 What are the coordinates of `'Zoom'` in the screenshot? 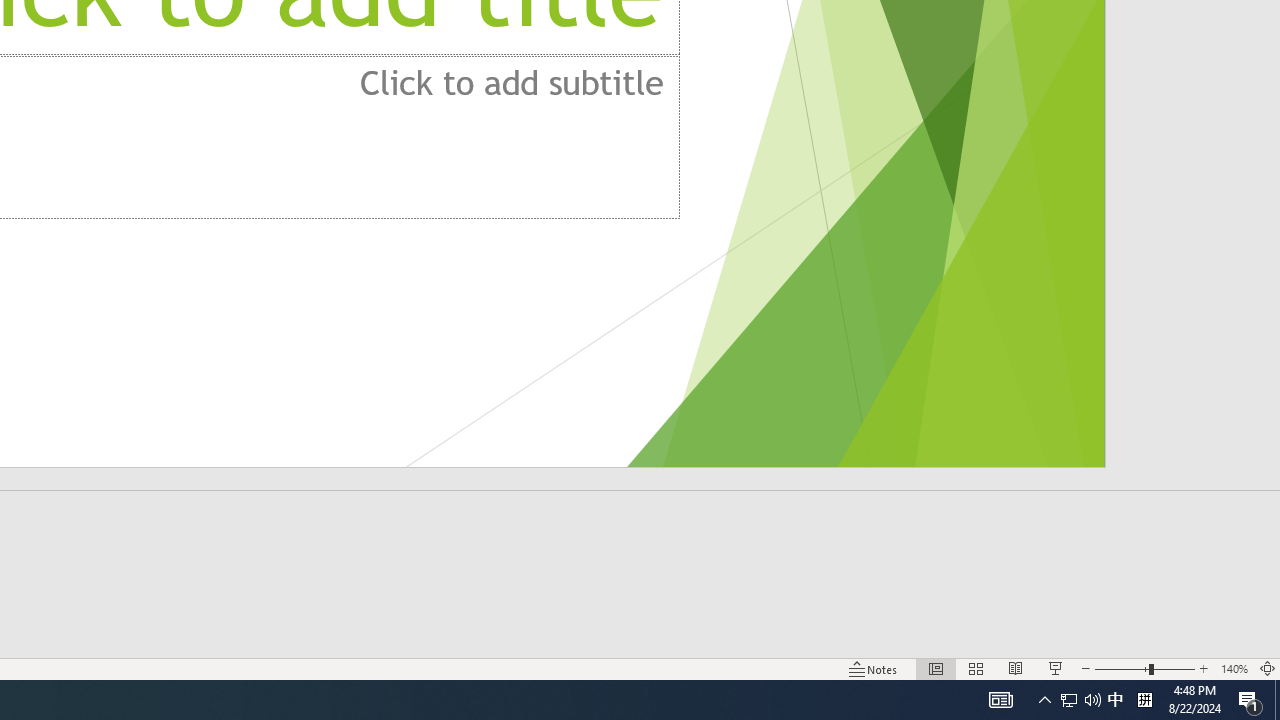 It's located at (1144, 669).